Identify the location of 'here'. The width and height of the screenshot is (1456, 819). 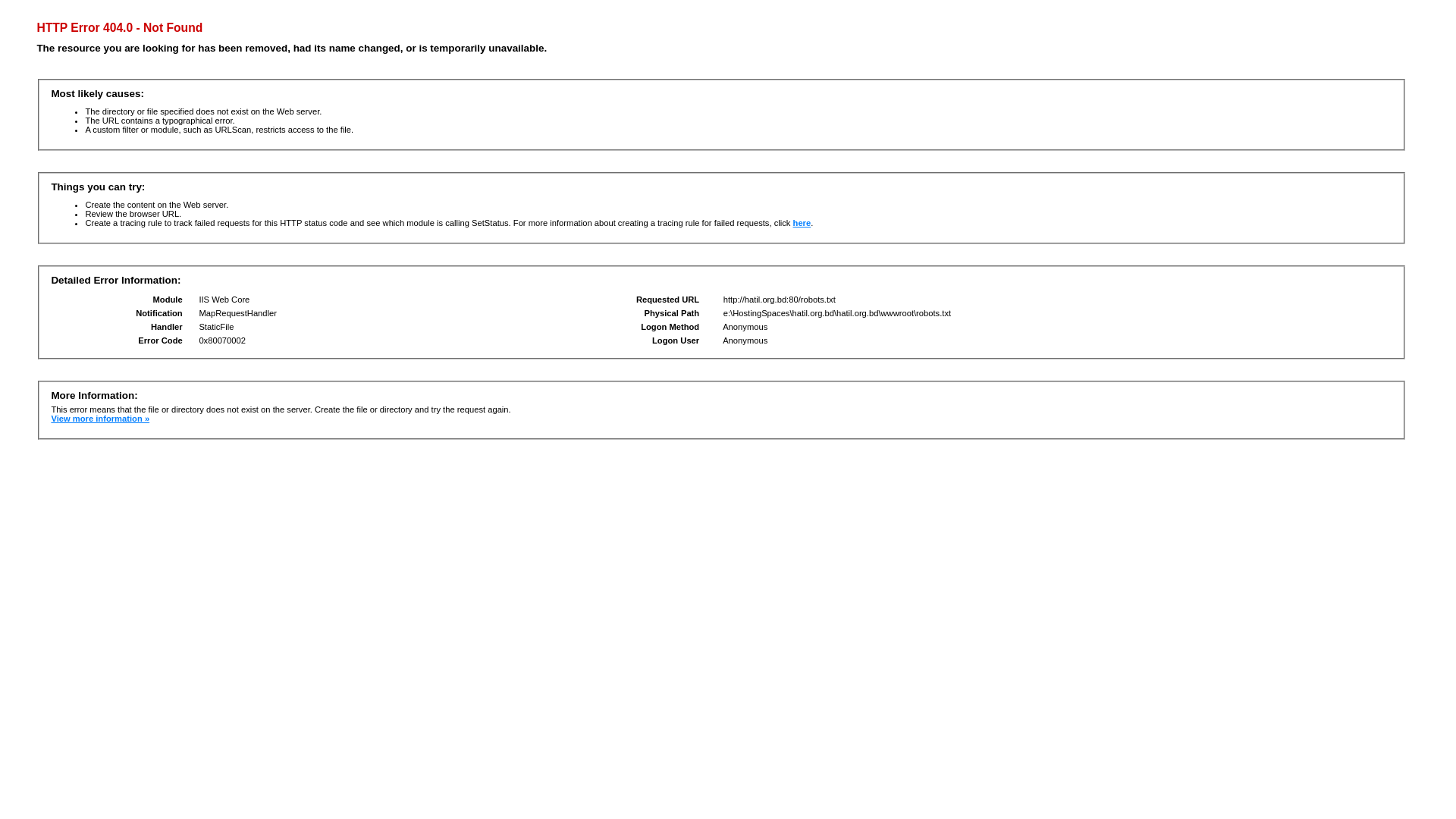
(801, 222).